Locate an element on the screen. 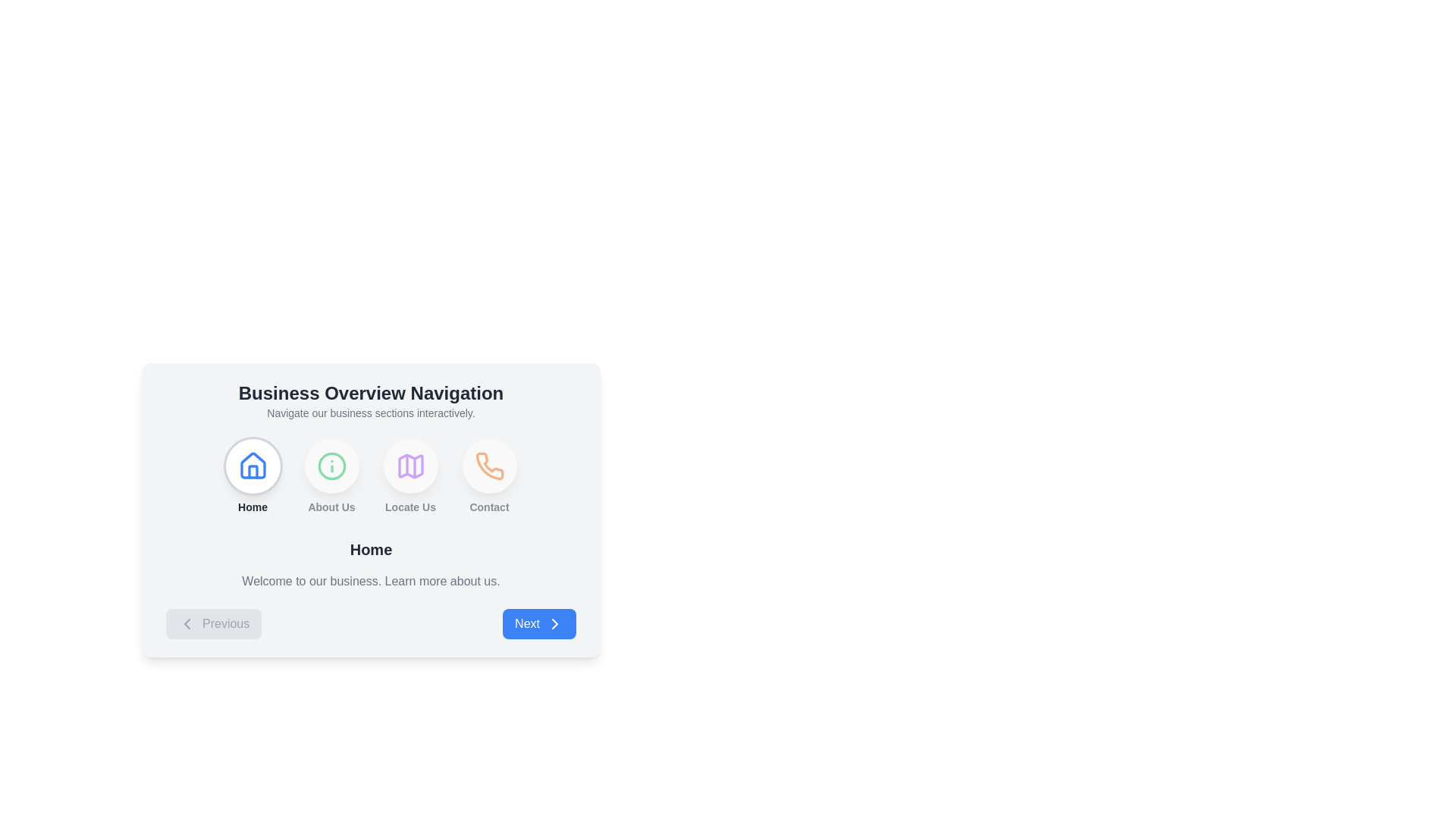 The image size is (1456, 819). the rightmost circular button with a white background and an orange phone icon labeled 'Contact' in the Business Overview Navigation card is located at coordinates (489, 465).